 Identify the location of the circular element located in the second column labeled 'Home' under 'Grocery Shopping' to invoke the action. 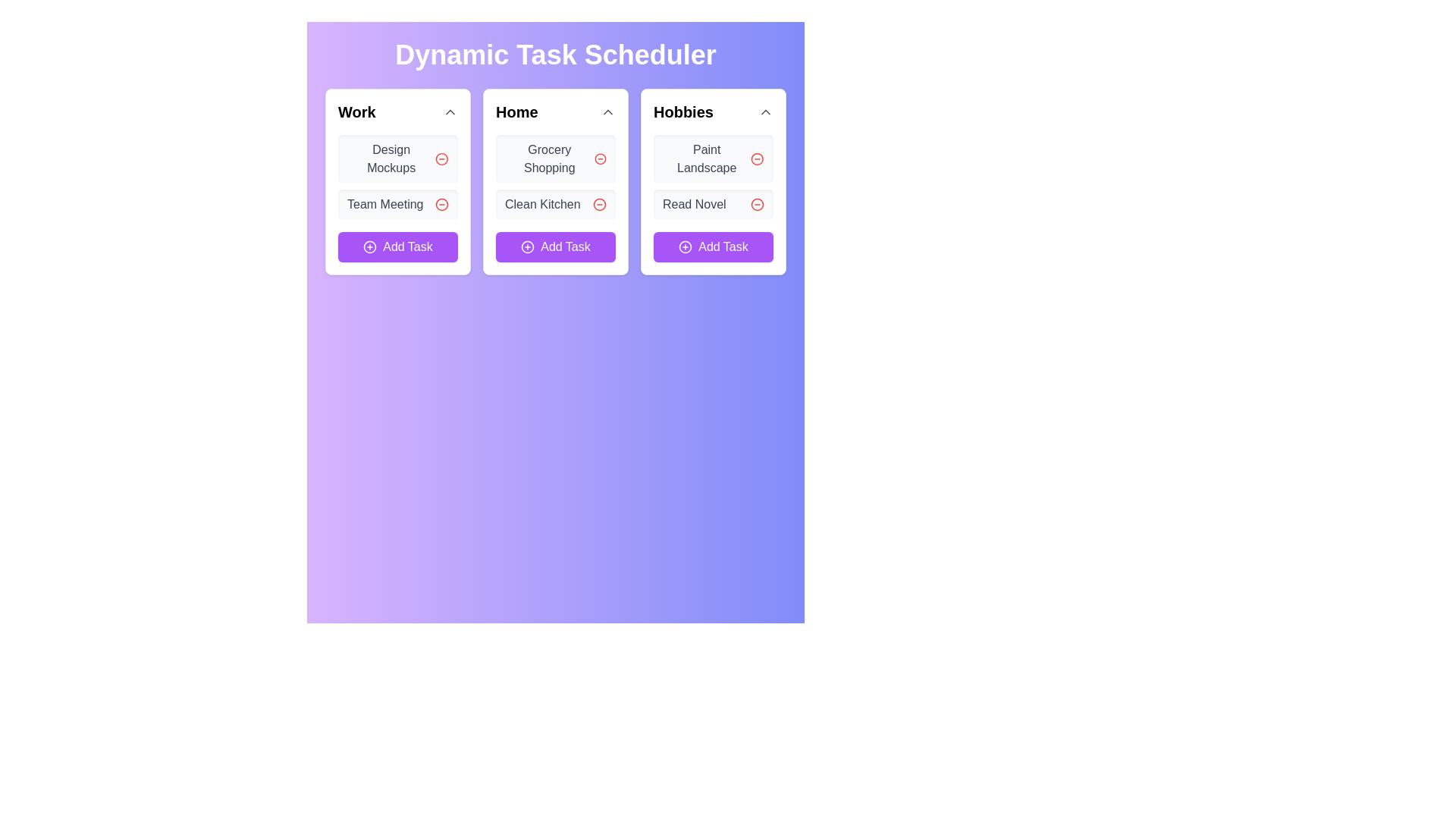
(599, 158).